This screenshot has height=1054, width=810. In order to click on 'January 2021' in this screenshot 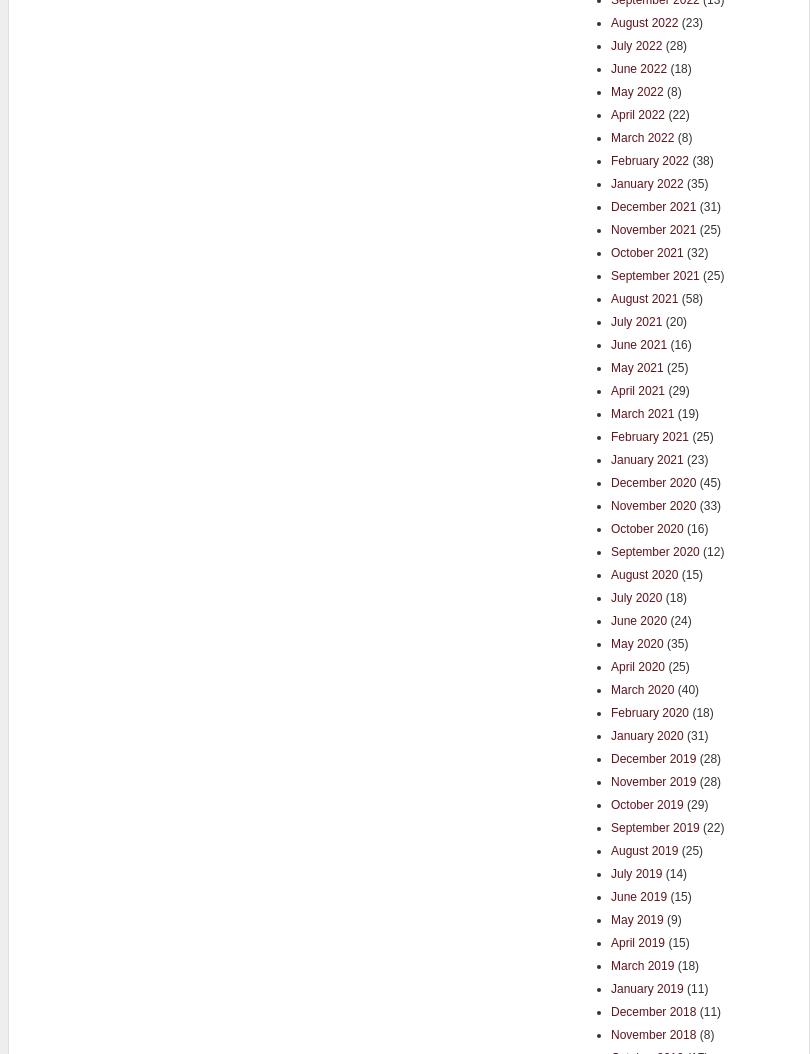, I will do `click(646, 459)`.